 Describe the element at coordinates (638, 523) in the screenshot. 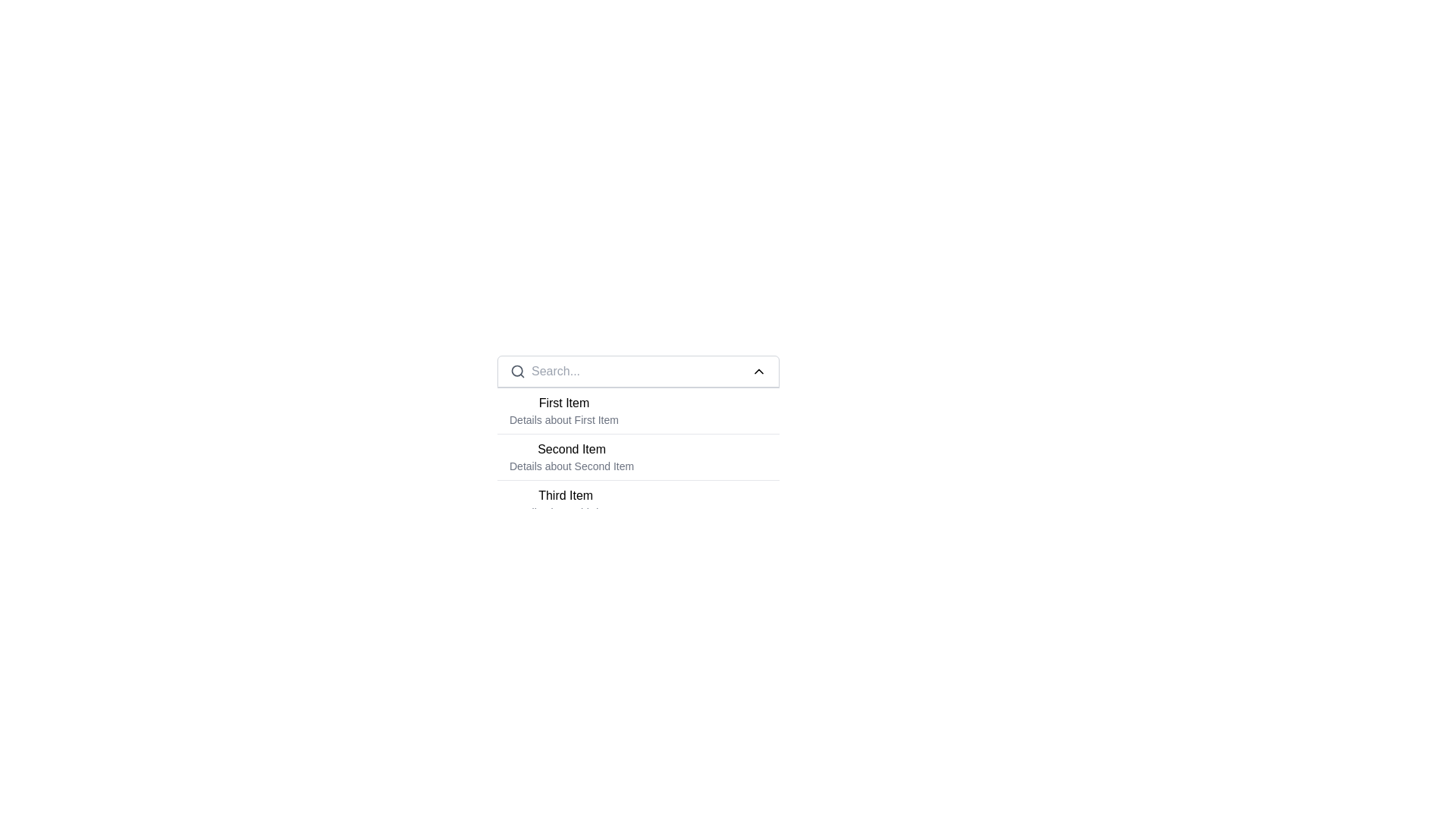

I see `the items within the central search and display panel` at that location.